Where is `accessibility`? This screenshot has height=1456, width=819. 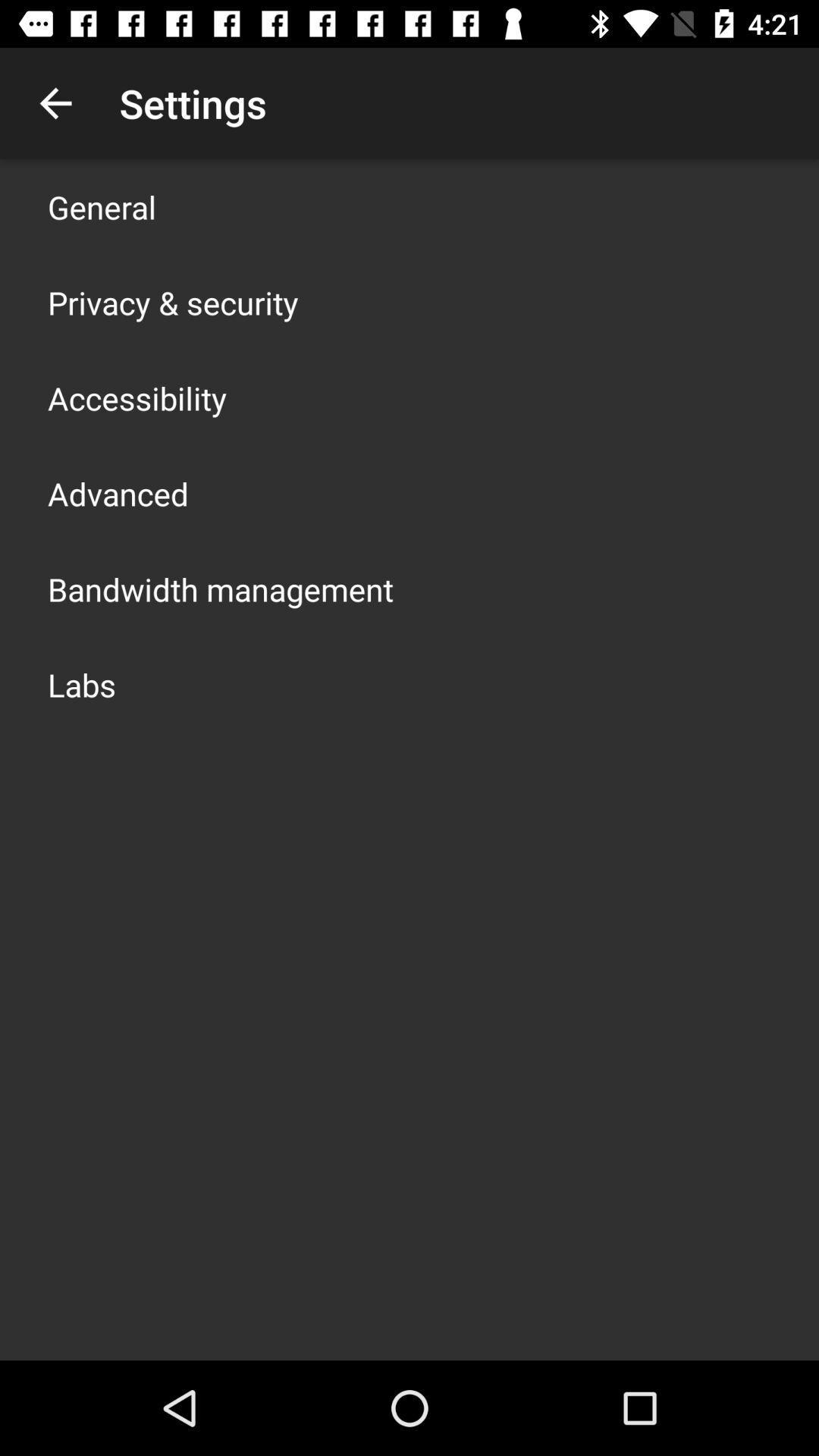
accessibility is located at coordinates (137, 397).